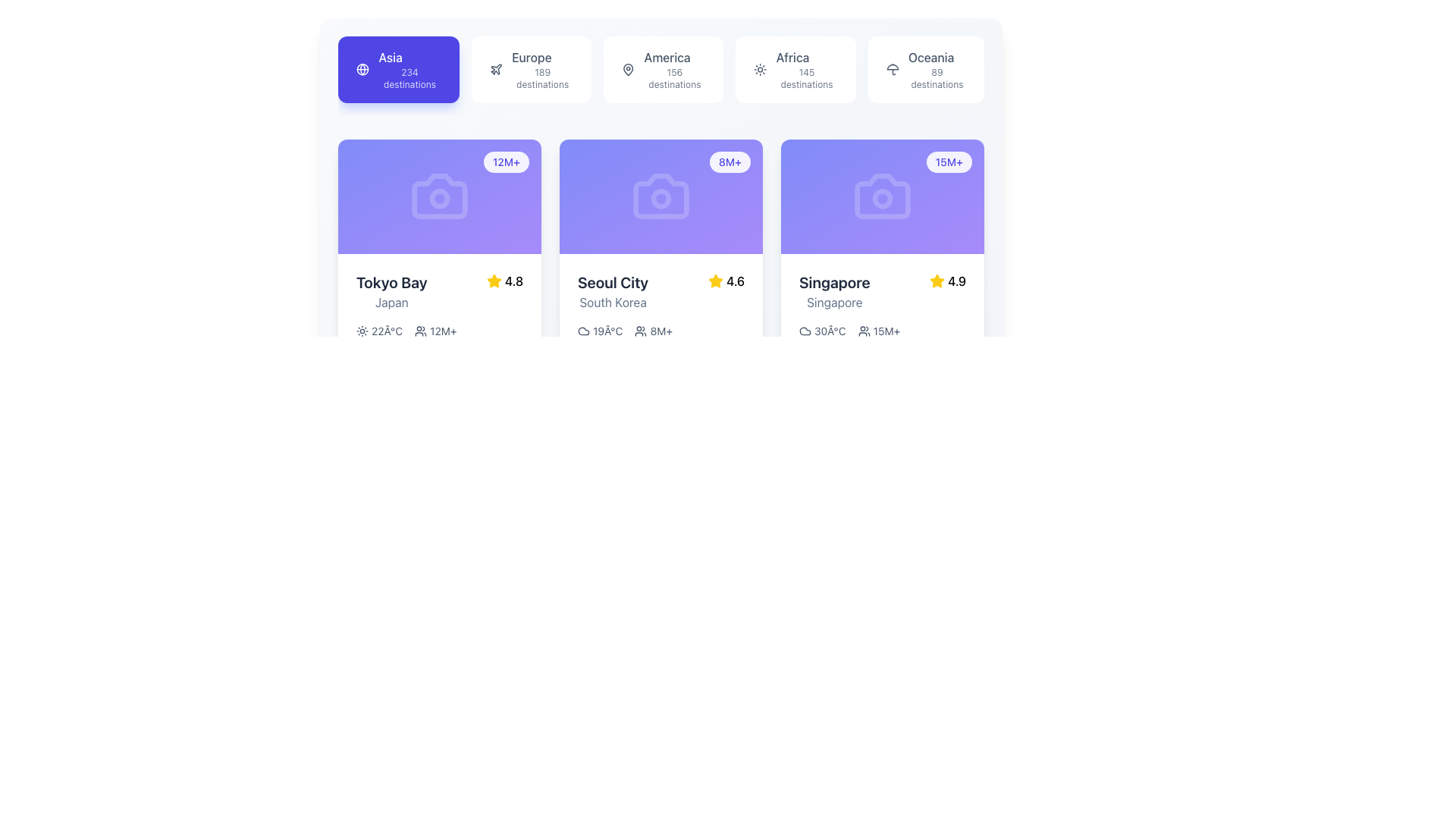 The height and width of the screenshot is (819, 1456). I want to click on the informational label with weather and people icons displaying '22°C' and '12M+' located beneath the 'Tokyo Bay' title, so click(439, 330).